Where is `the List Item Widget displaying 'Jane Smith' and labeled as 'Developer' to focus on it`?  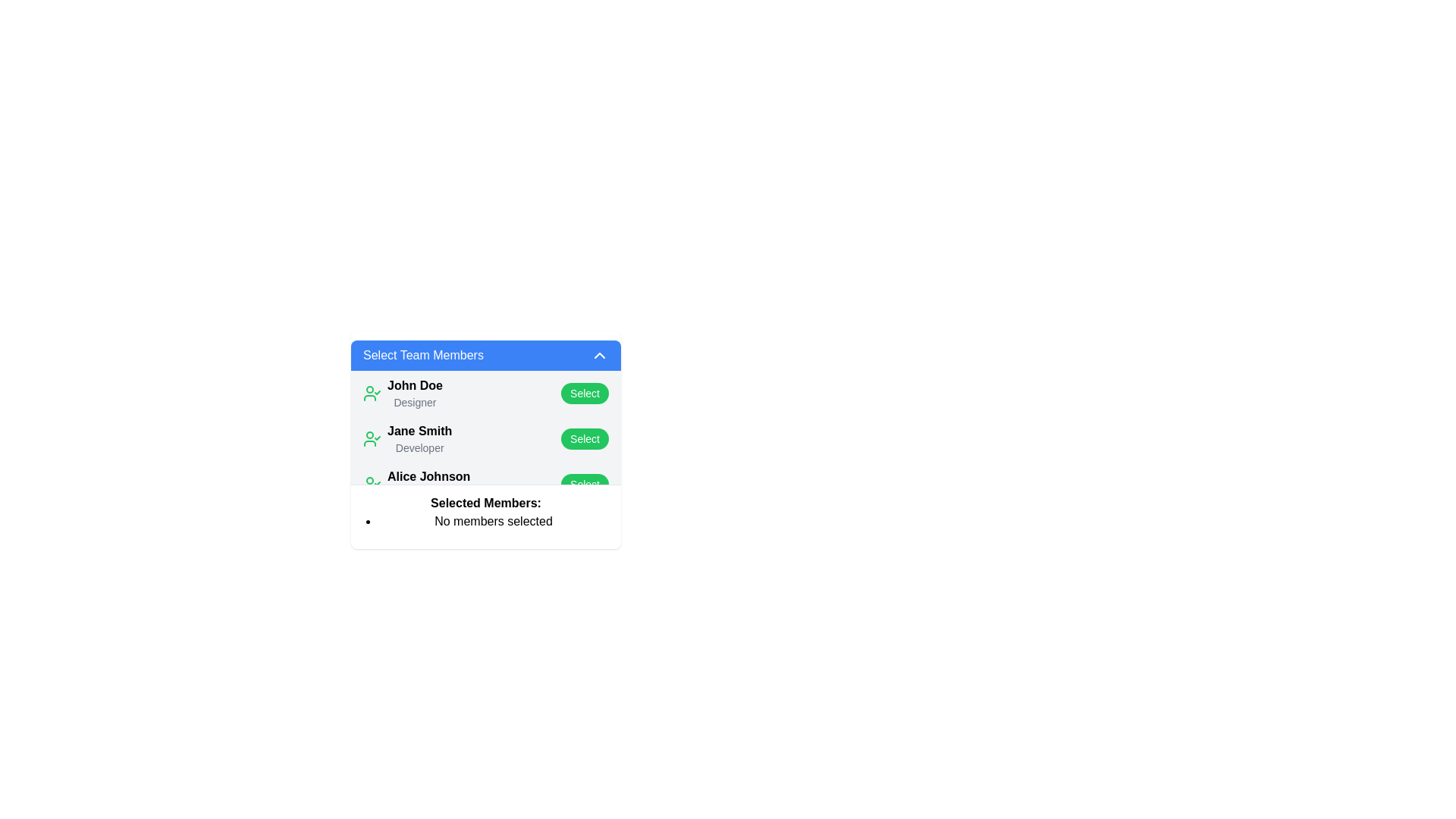 the List Item Widget displaying 'Jane Smith' and labeled as 'Developer' to focus on it is located at coordinates (407, 438).